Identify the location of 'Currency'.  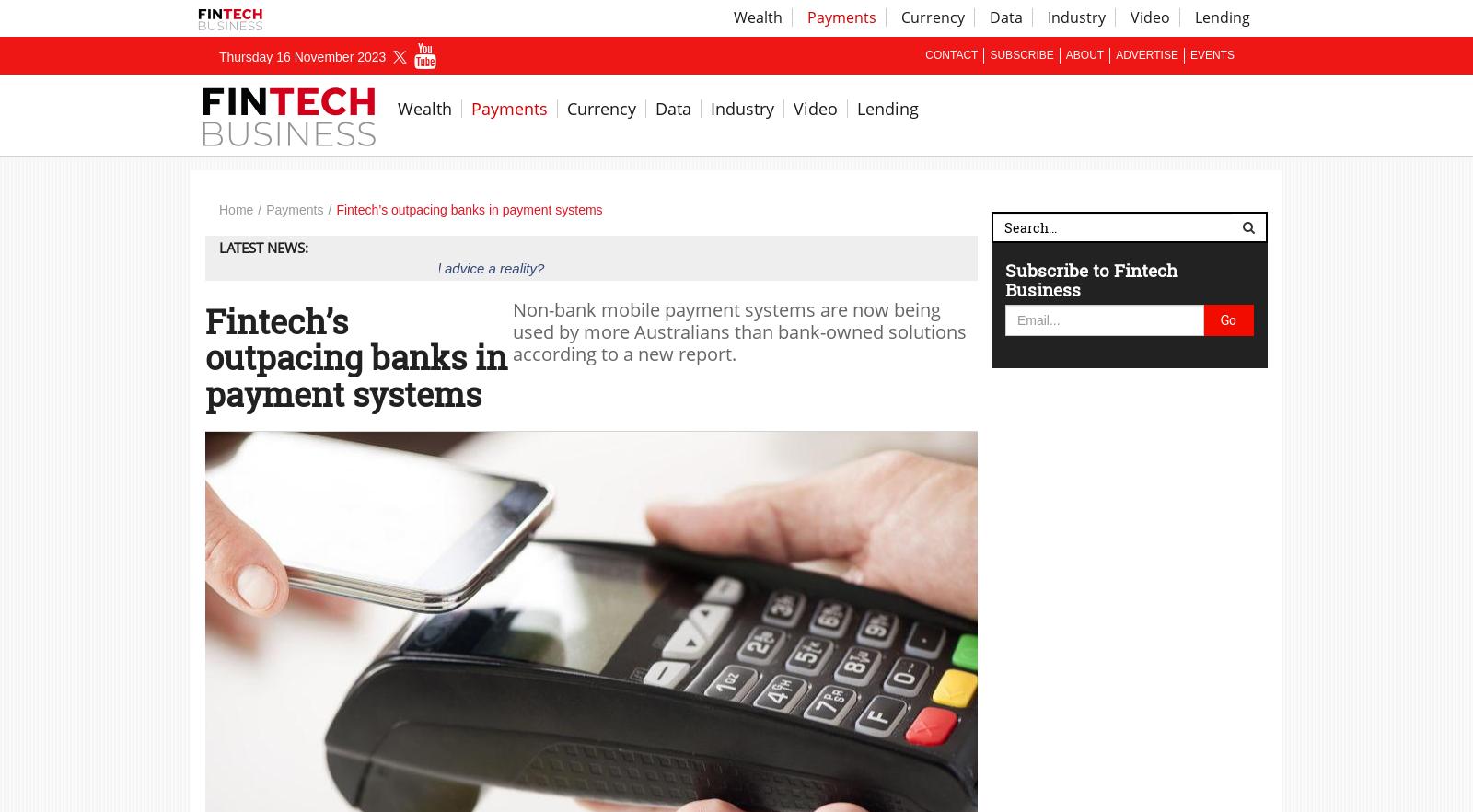
(567, 108).